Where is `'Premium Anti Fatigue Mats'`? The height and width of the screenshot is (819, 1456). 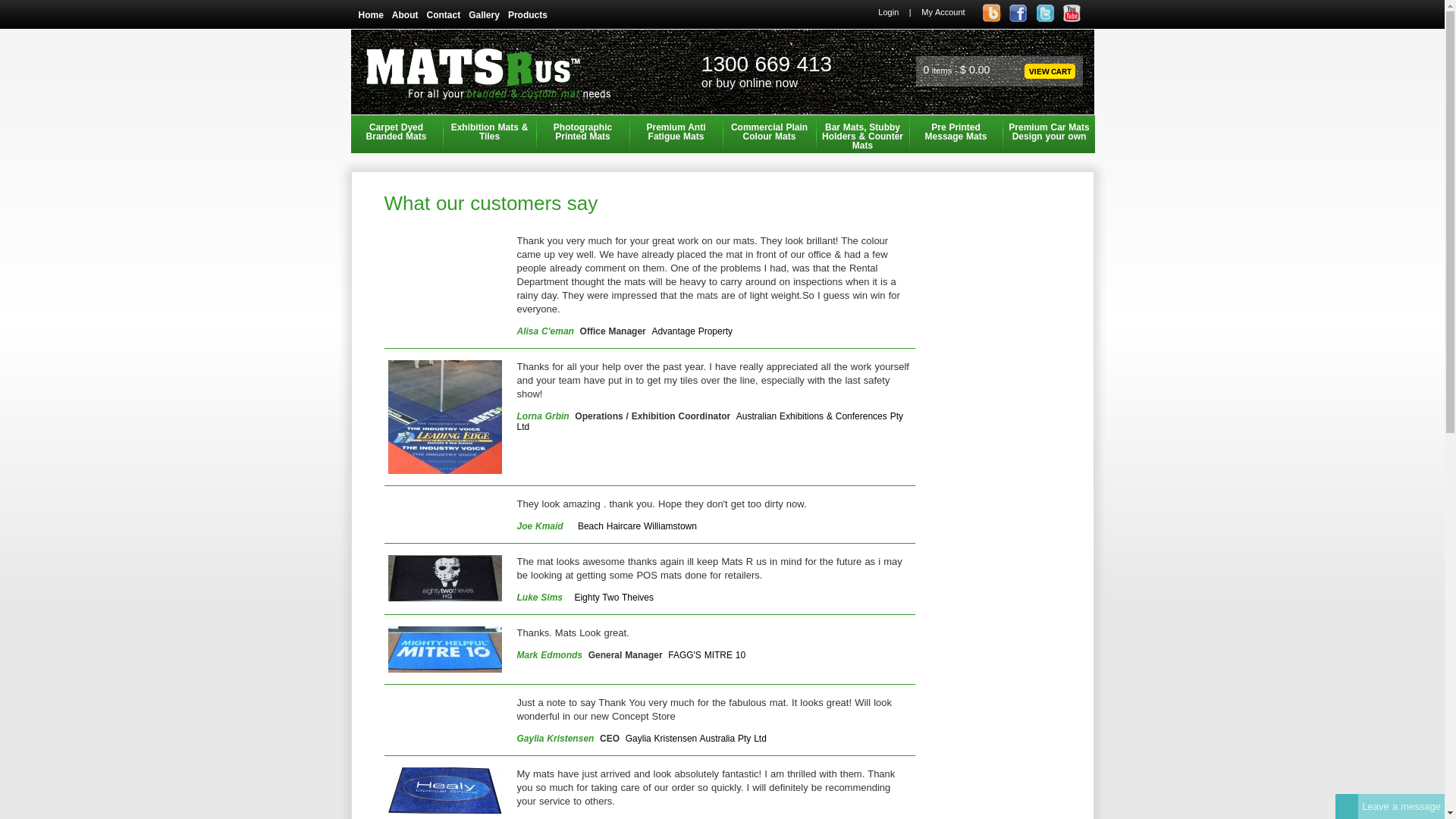
'Premium Anti Fatigue Mats' is located at coordinates (630, 133).